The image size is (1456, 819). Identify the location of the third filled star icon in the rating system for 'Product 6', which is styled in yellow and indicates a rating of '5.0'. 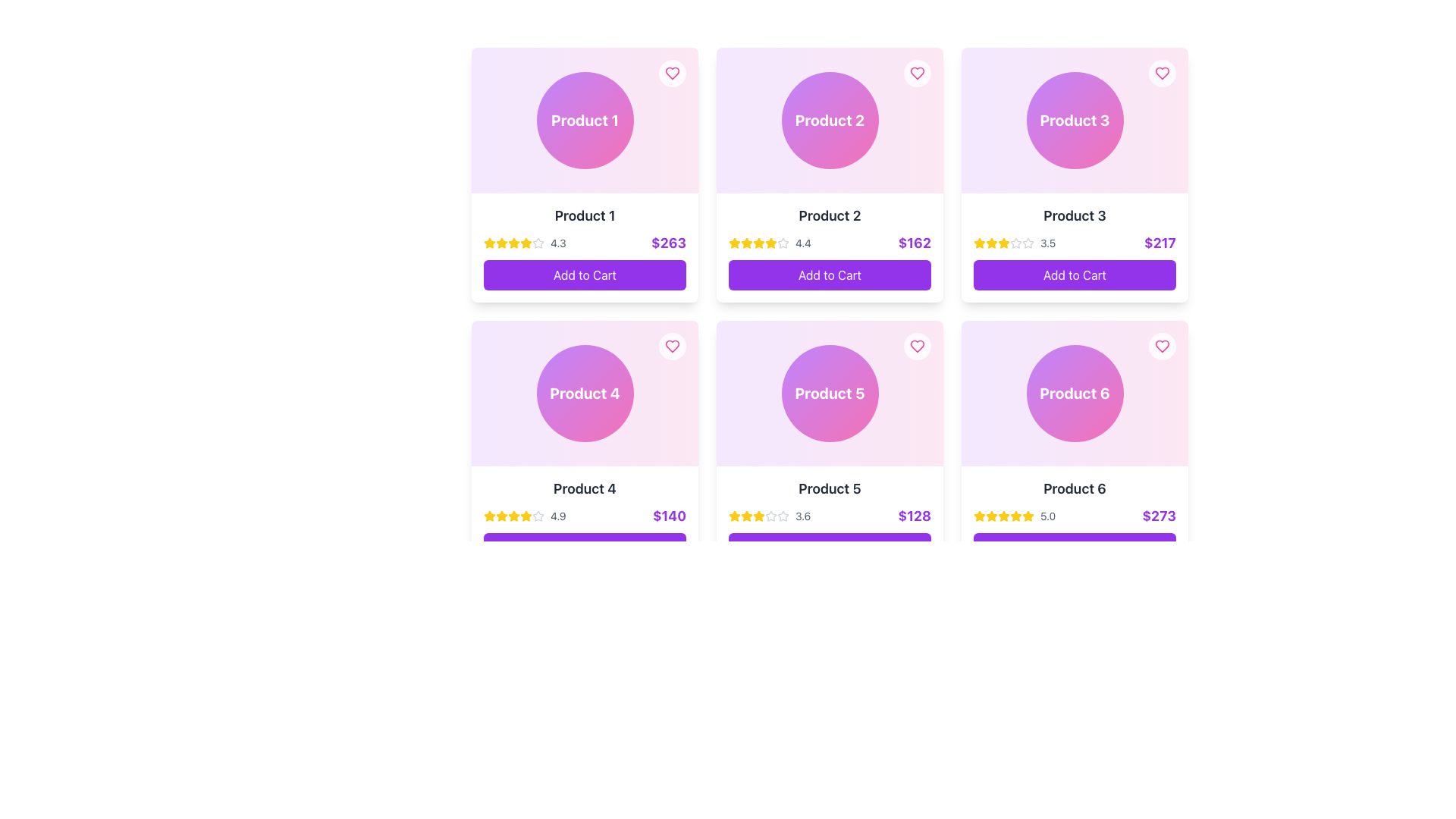
(992, 516).